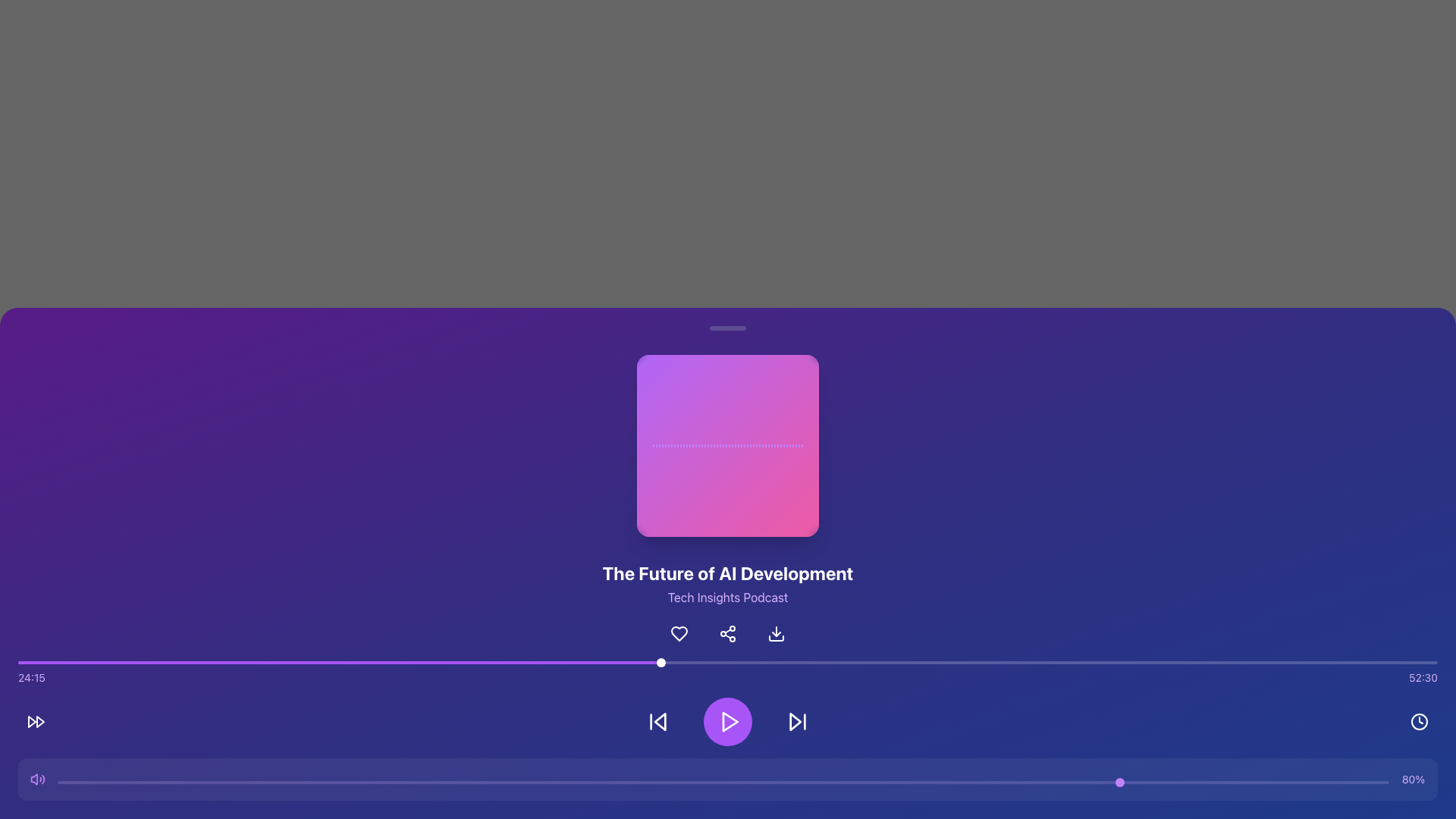  I want to click on the slider position, so click(1016, 783).